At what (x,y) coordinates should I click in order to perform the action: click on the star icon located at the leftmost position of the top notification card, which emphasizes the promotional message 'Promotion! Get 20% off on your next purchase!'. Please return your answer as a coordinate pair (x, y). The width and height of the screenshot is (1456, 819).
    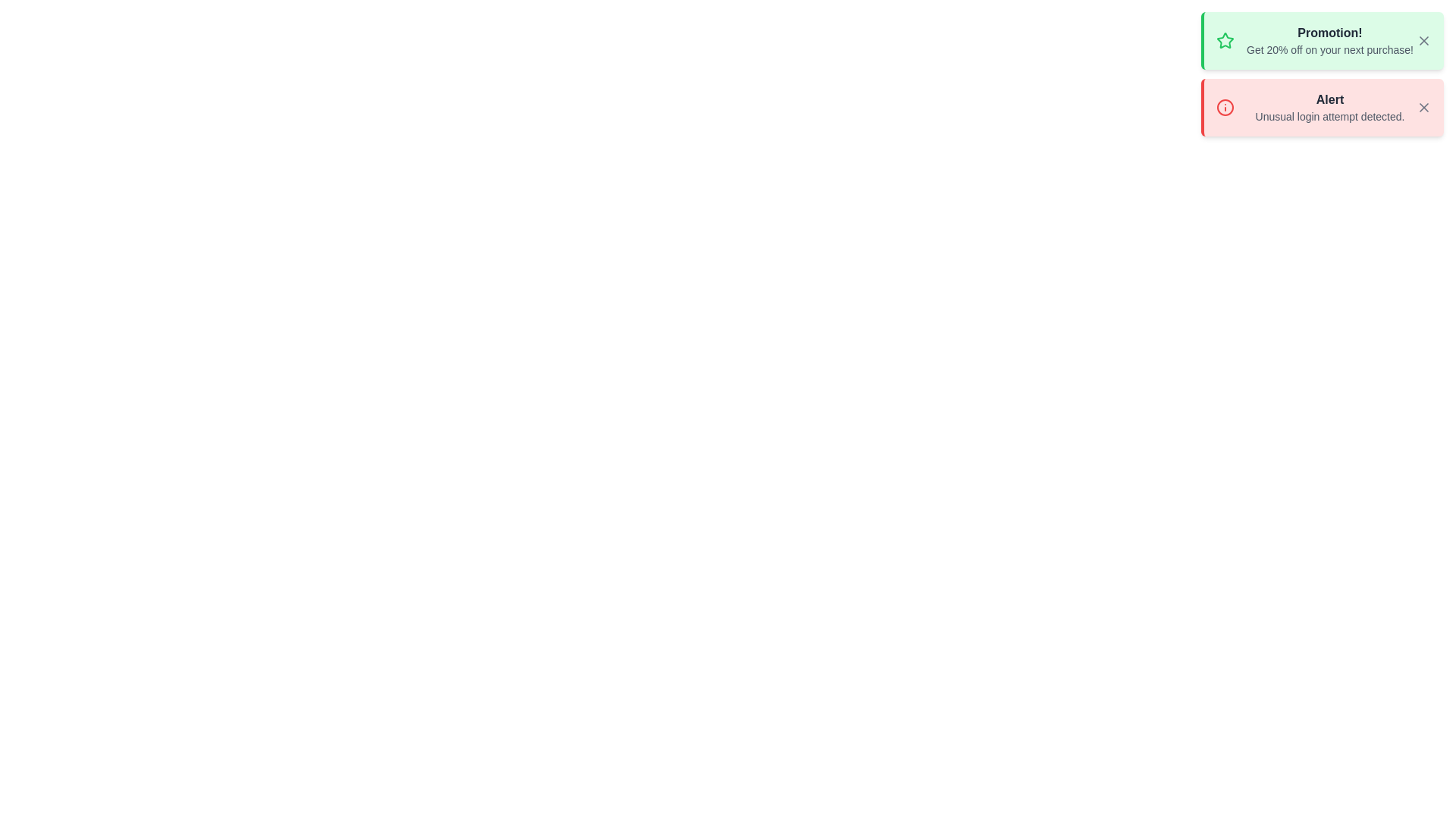
    Looking at the image, I should click on (1225, 40).